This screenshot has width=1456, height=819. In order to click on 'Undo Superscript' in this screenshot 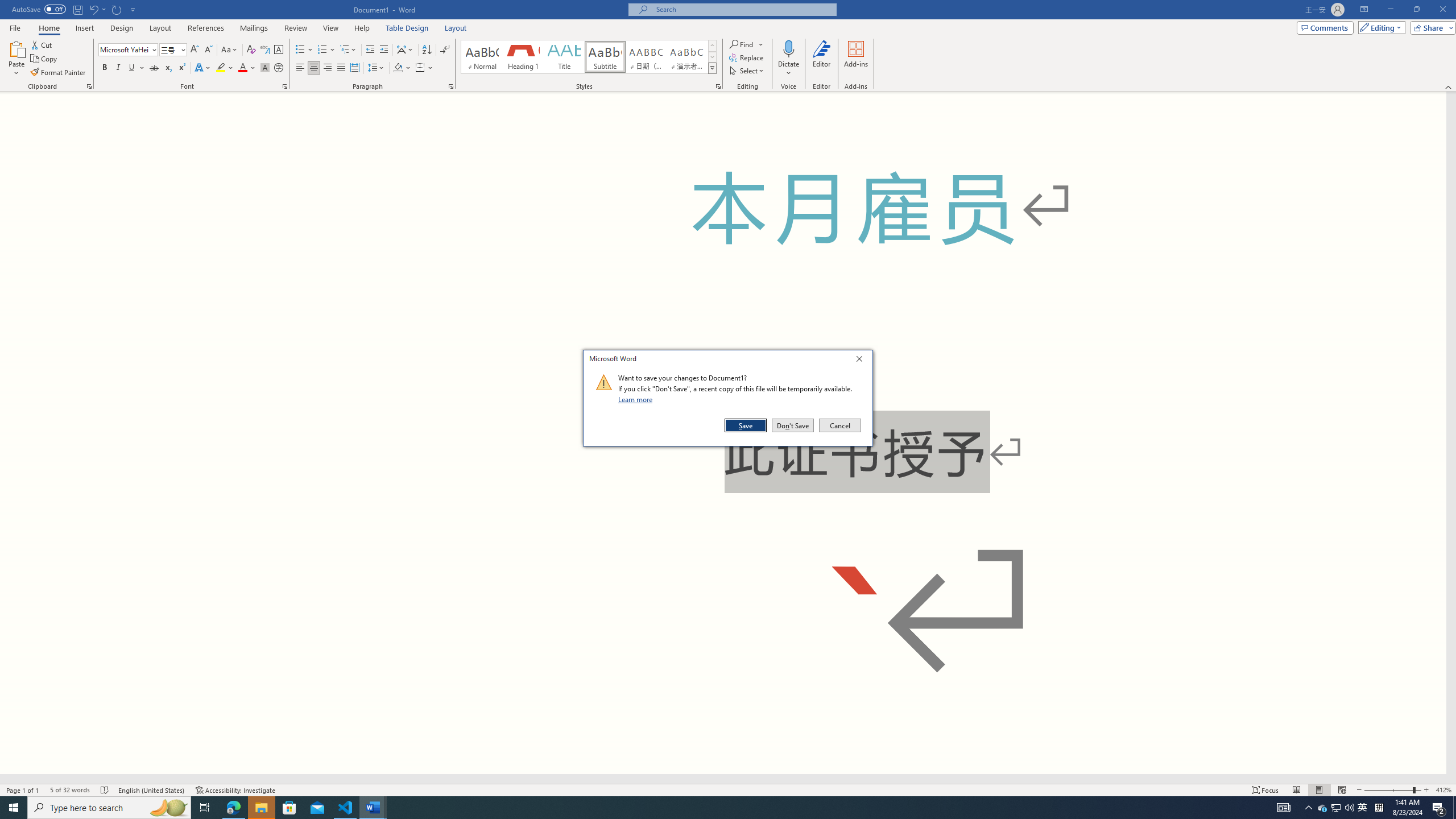, I will do `click(97, 9)`.